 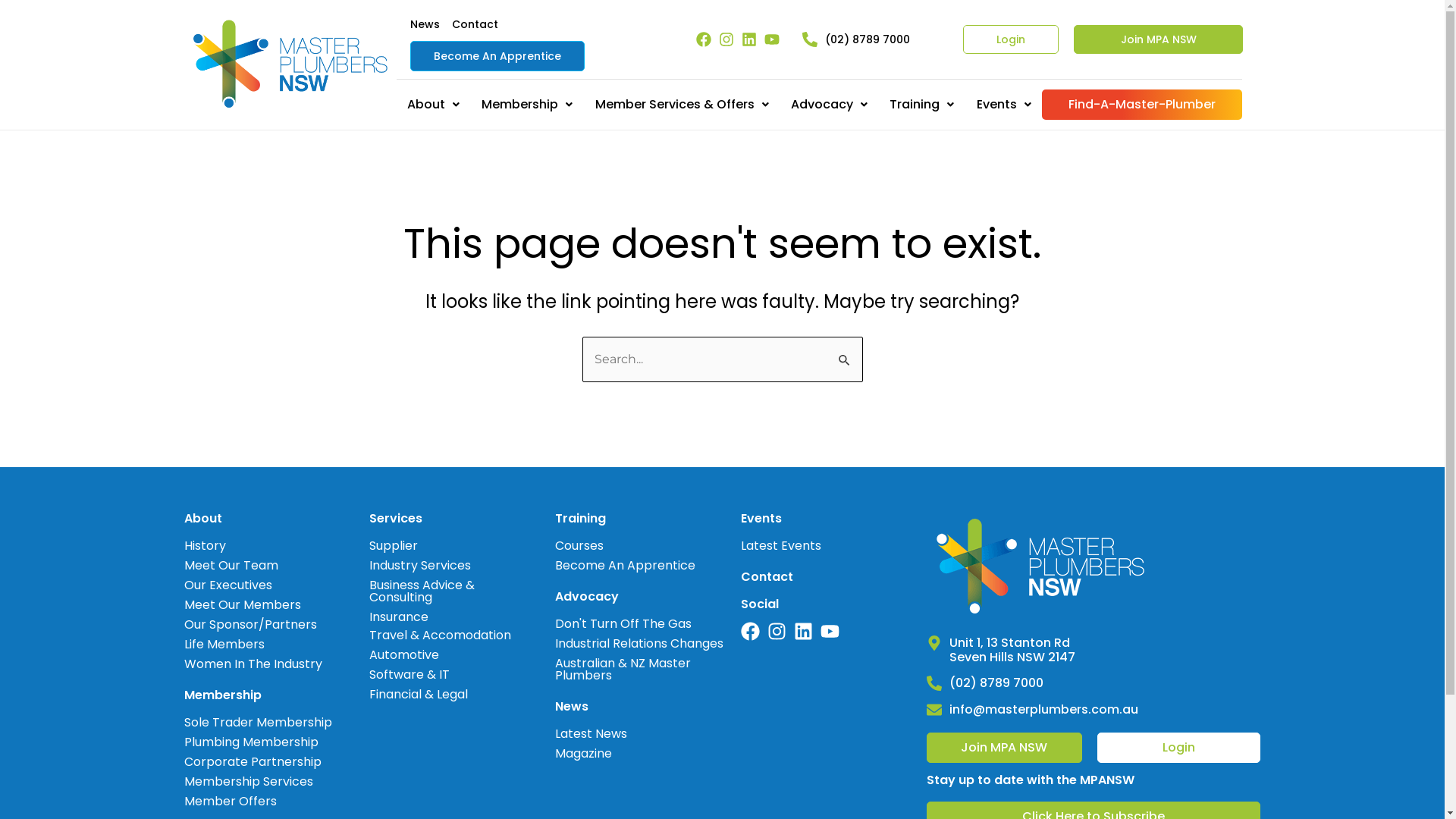 I want to click on 'Facebook', so click(x=702, y=38).